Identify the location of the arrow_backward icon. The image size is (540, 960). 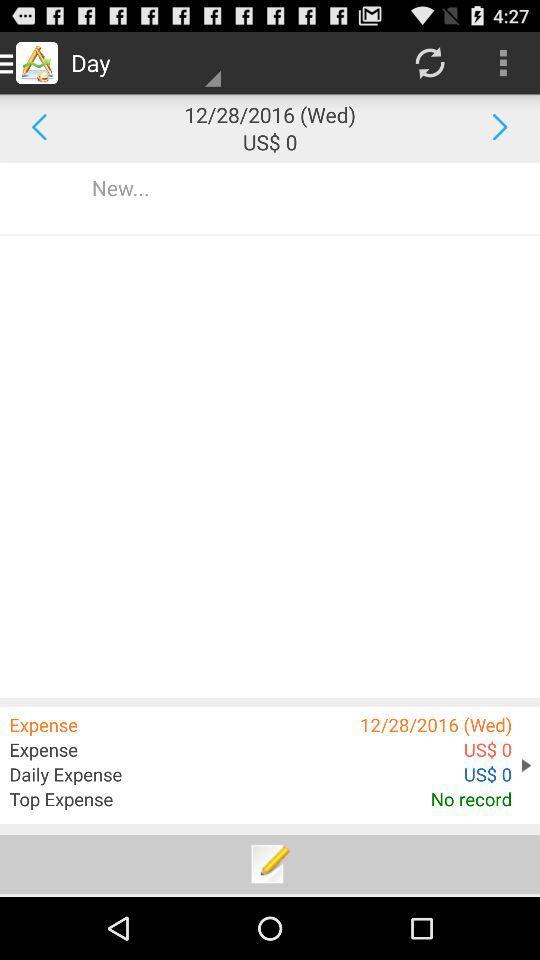
(39, 135).